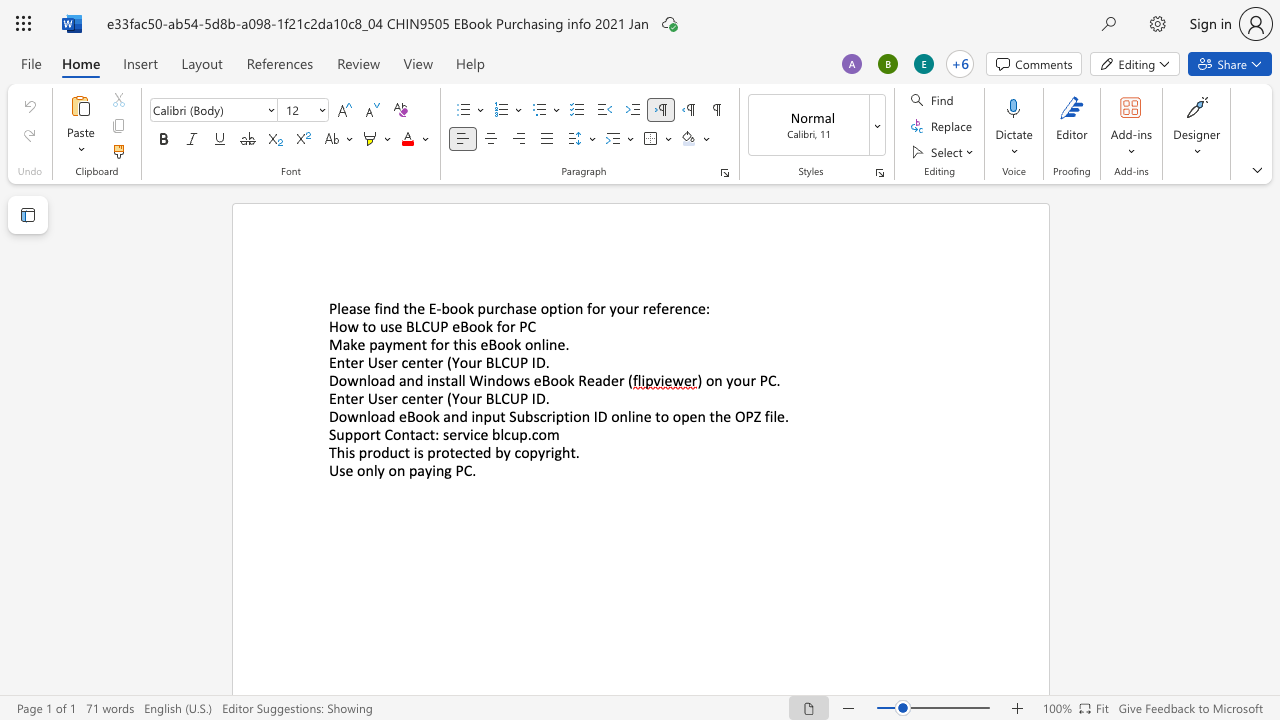  I want to click on the 1th character "o" in the text, so click(365, 433).